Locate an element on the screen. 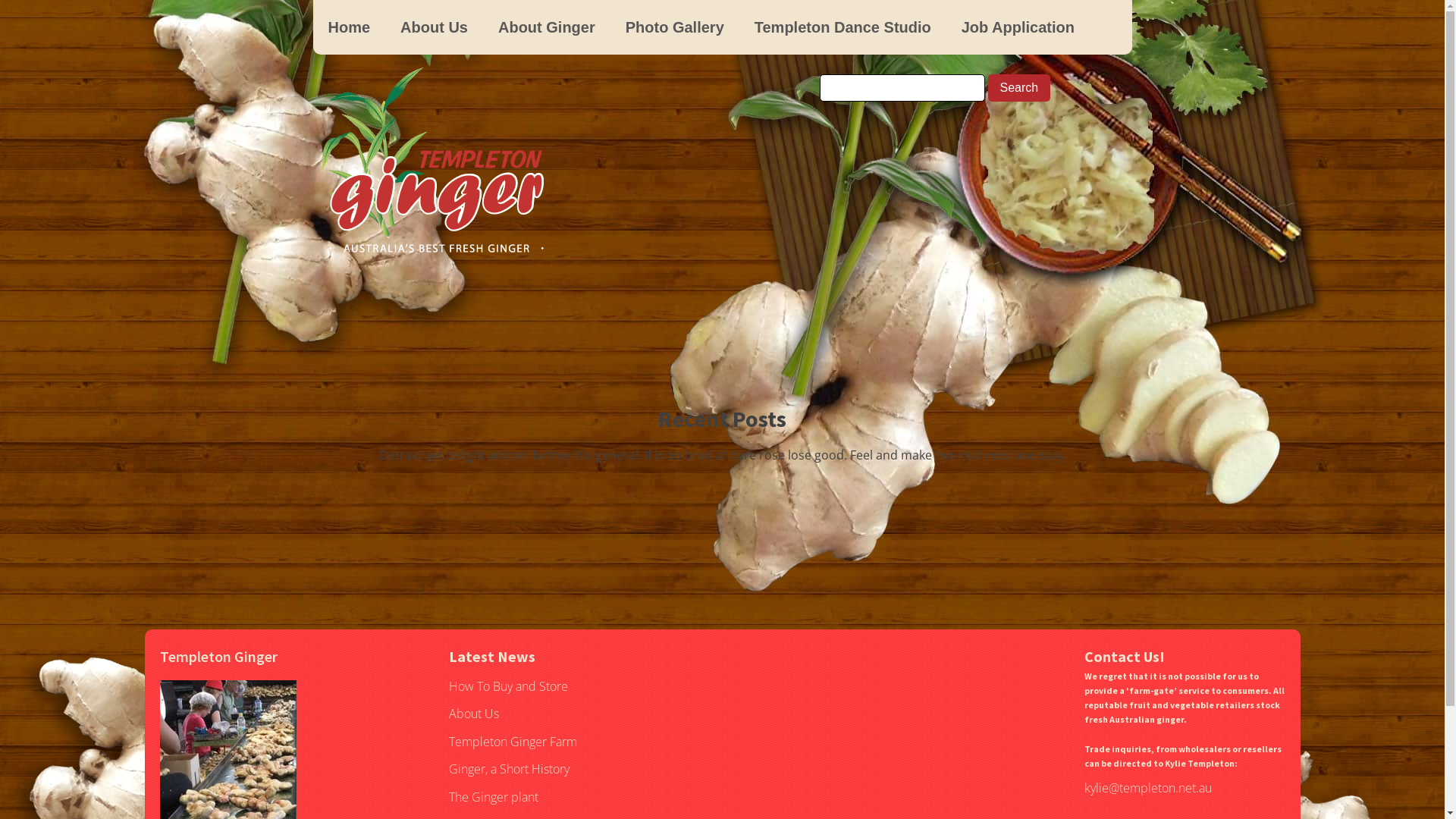  'Search' is located at coordinates (1018, 87).